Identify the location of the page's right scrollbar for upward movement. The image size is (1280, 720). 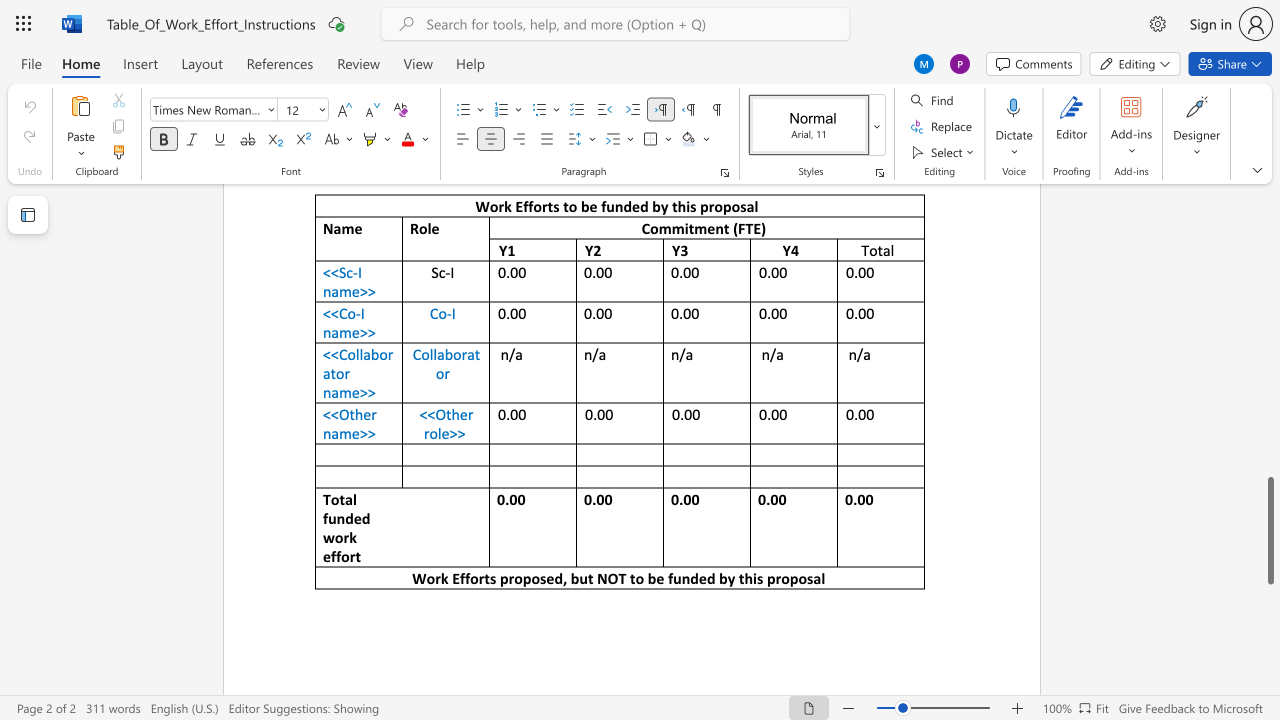
(1269, 428).